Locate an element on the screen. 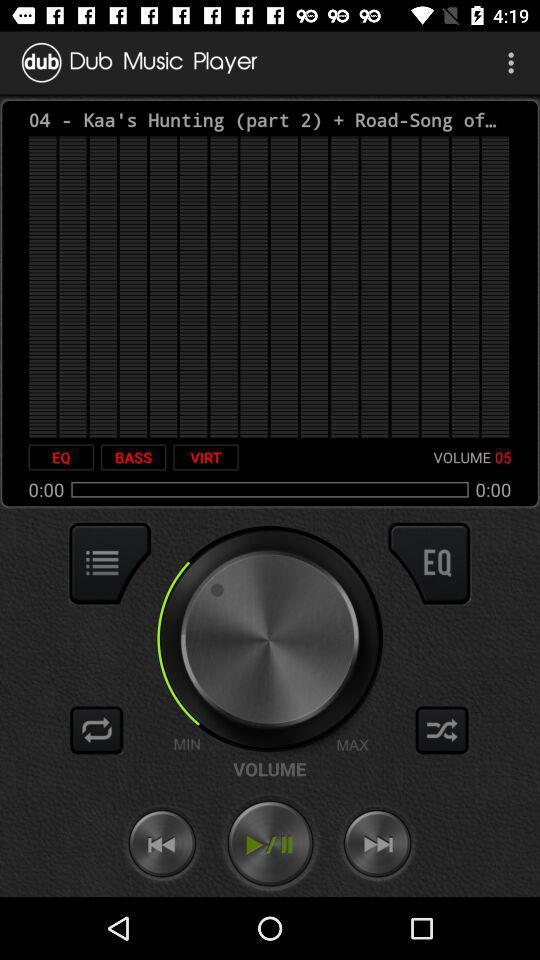  play and pause button which is below volume is located at coordinates (270, 843).